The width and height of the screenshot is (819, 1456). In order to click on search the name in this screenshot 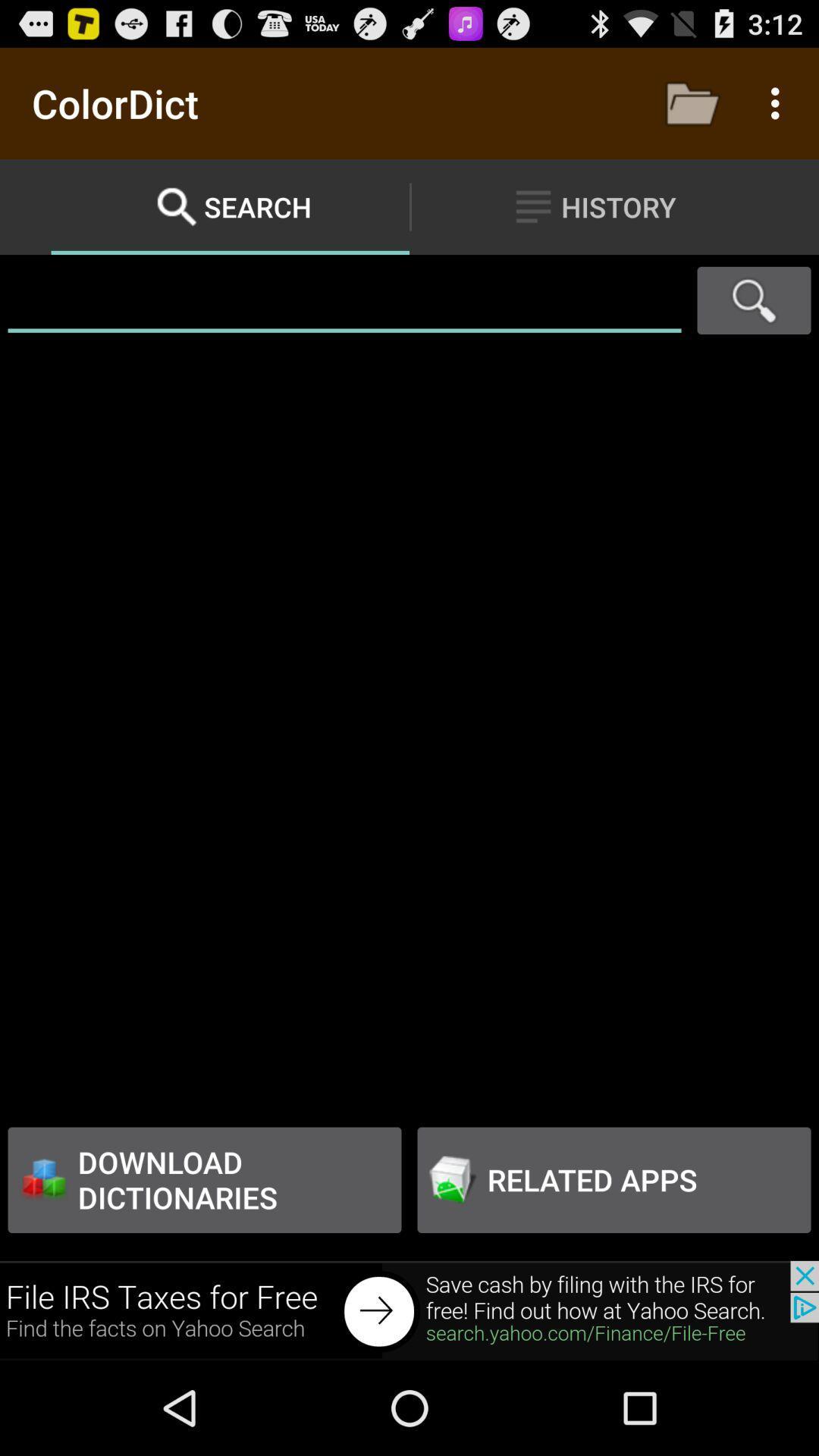, I will do `click(344, 300)`.